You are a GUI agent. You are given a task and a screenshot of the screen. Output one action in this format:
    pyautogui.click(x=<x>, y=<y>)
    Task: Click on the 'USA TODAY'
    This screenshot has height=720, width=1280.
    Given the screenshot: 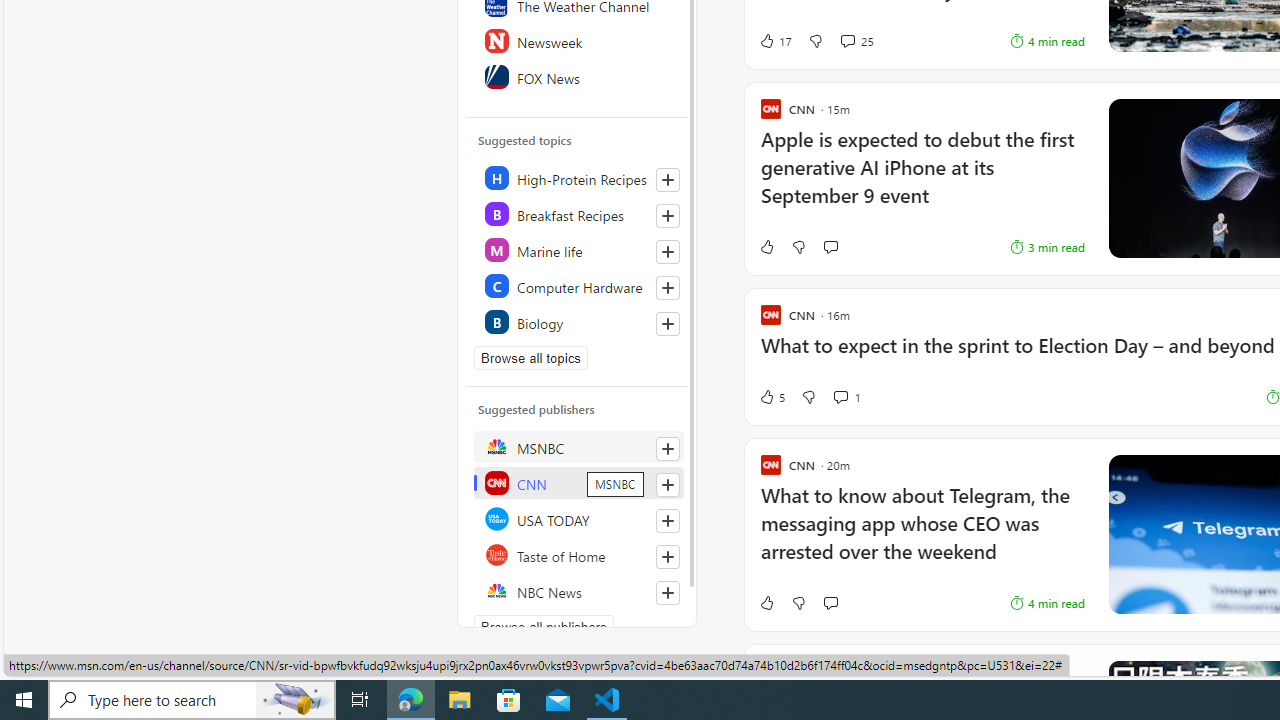 What is the action you would take?
    pyautogui.click(x=577, y=518)
    